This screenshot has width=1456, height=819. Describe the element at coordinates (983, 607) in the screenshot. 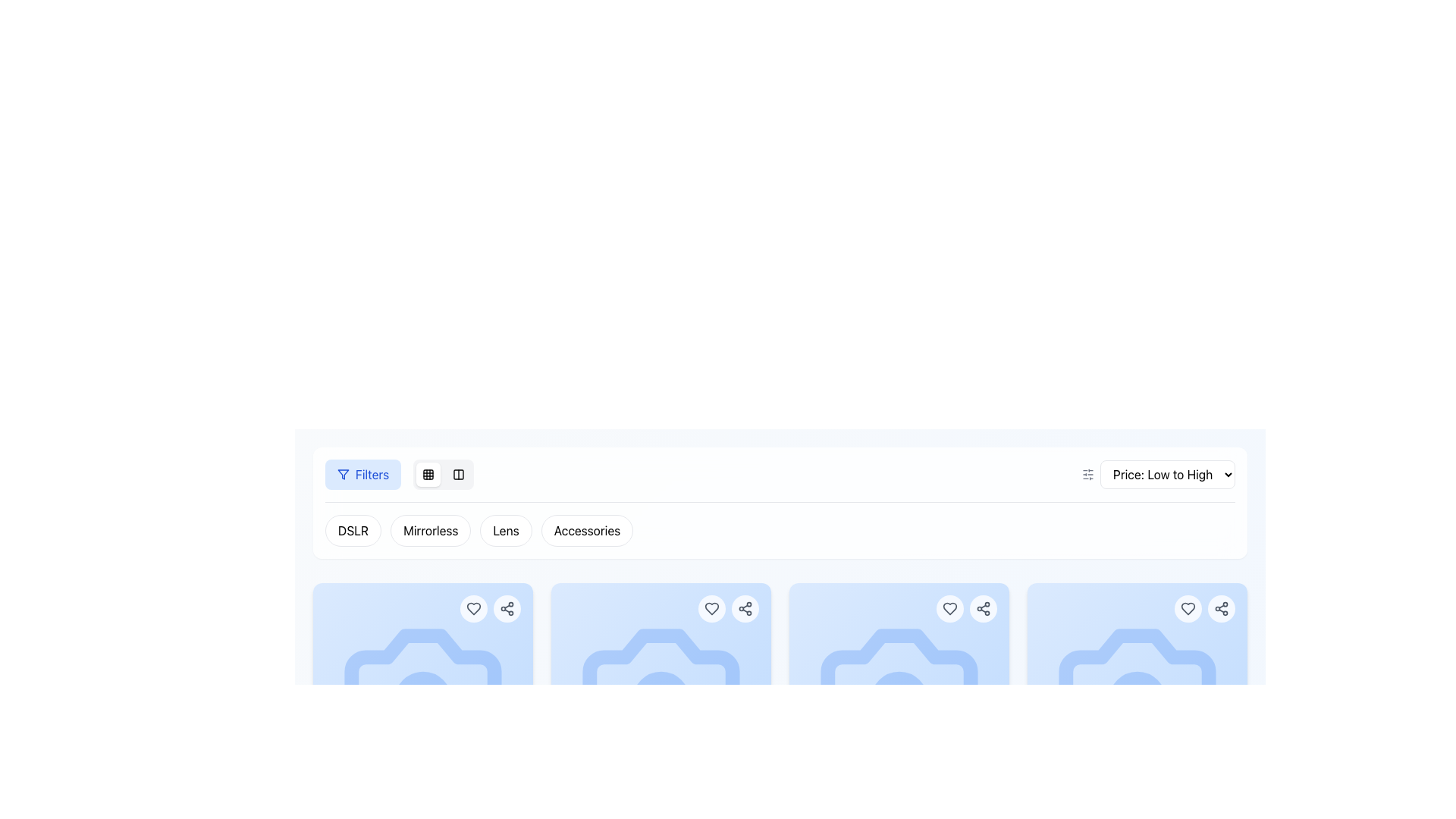

I see `the share icon located in the upper right corner of the card section` at that location.